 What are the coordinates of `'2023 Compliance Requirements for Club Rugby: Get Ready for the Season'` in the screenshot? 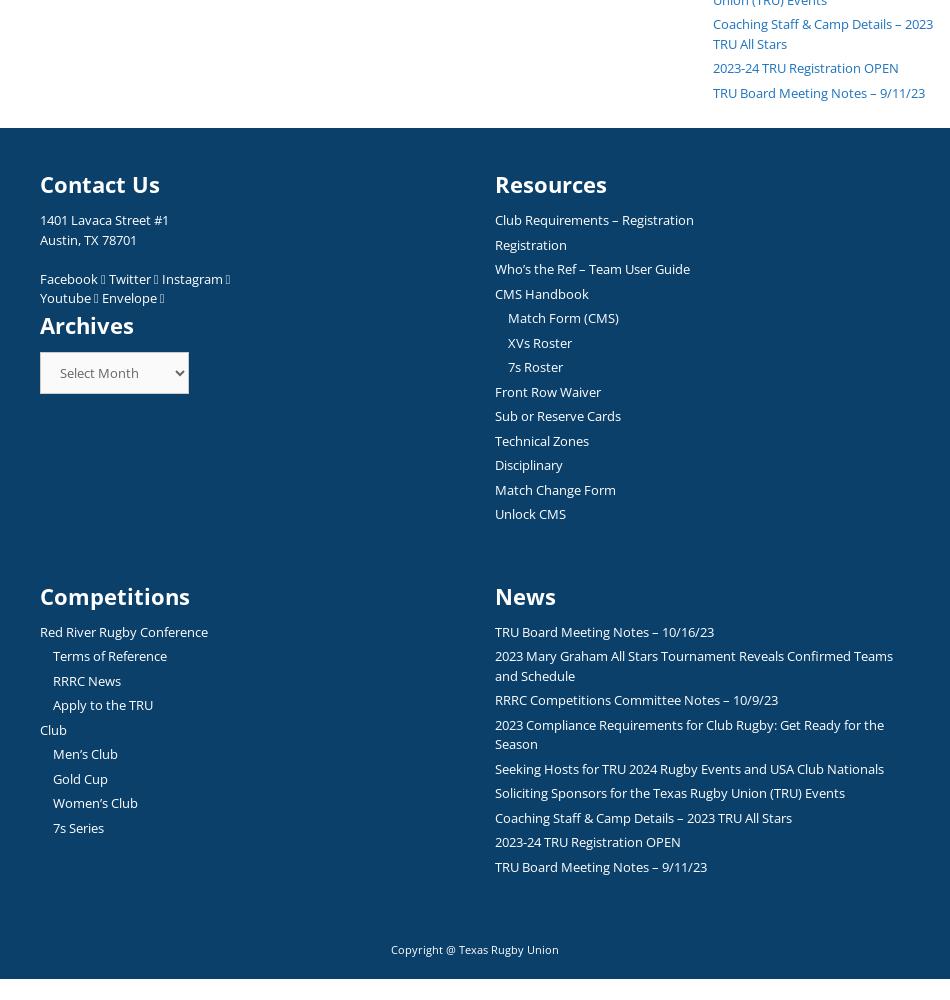 It's located at (689, 733).